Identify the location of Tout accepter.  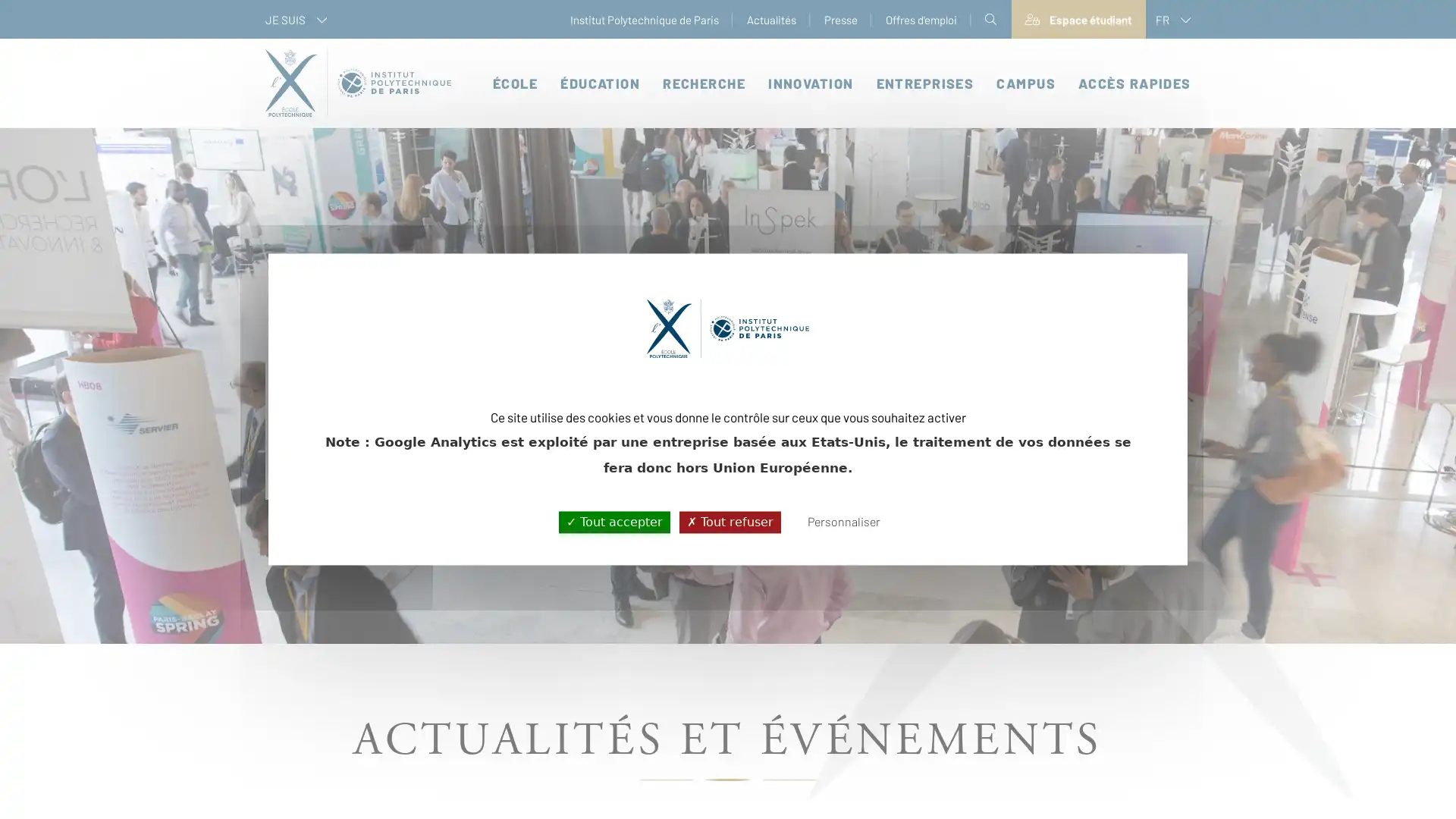
(613, 521).